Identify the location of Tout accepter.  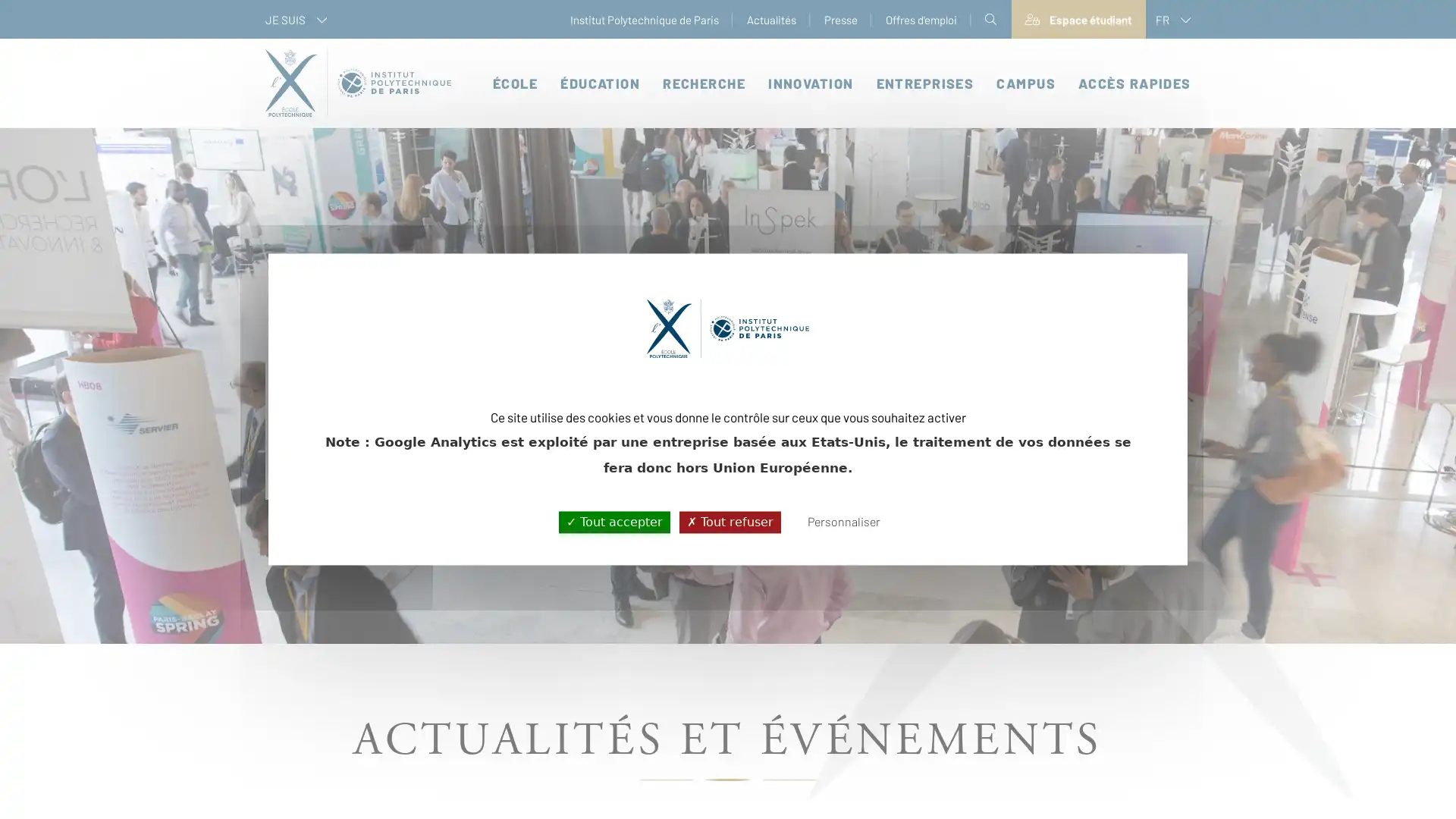
(613, 521).